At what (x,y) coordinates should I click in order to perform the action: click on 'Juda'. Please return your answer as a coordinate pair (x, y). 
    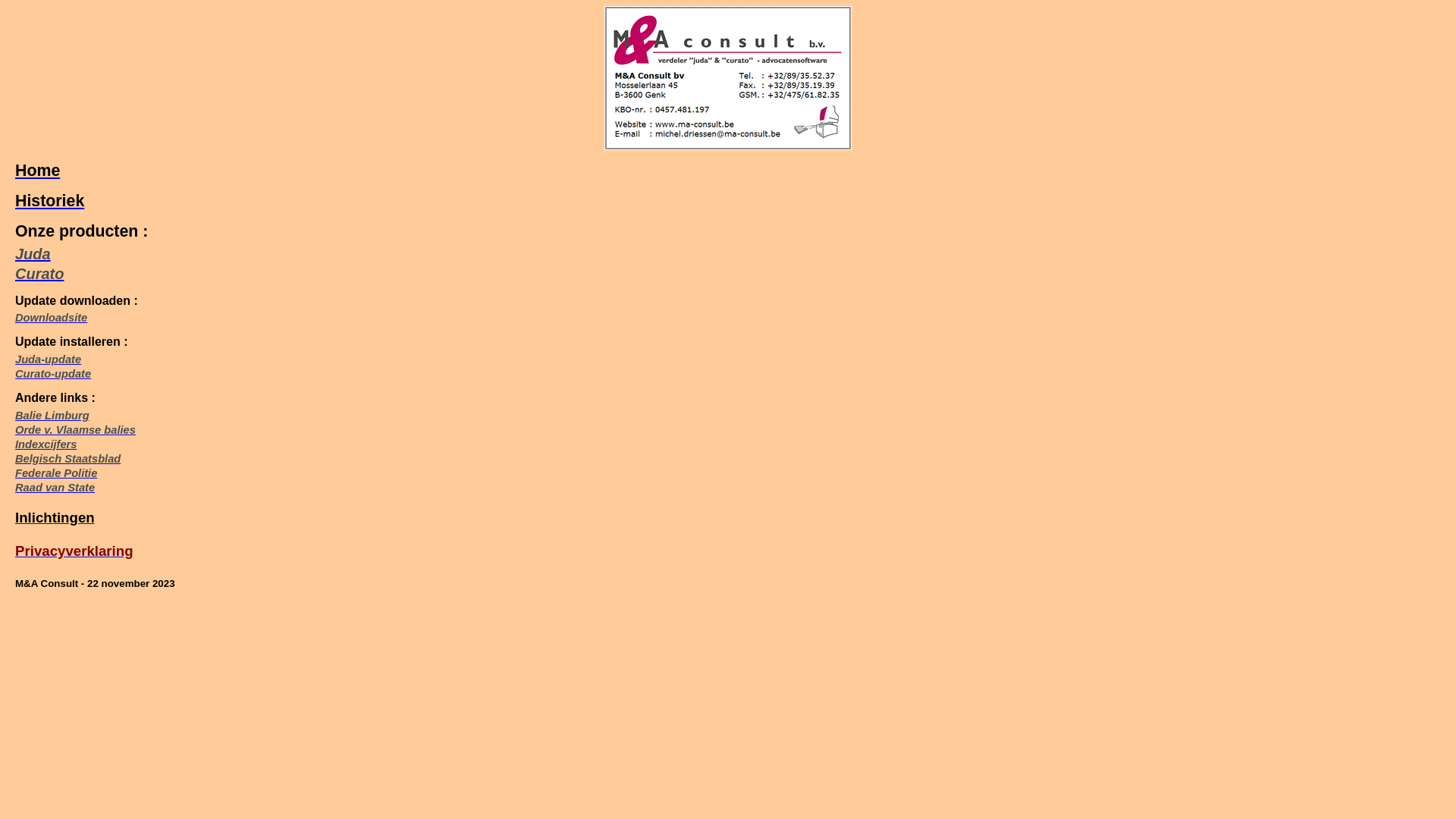
    Looking at the image, I should click on (33, 253).